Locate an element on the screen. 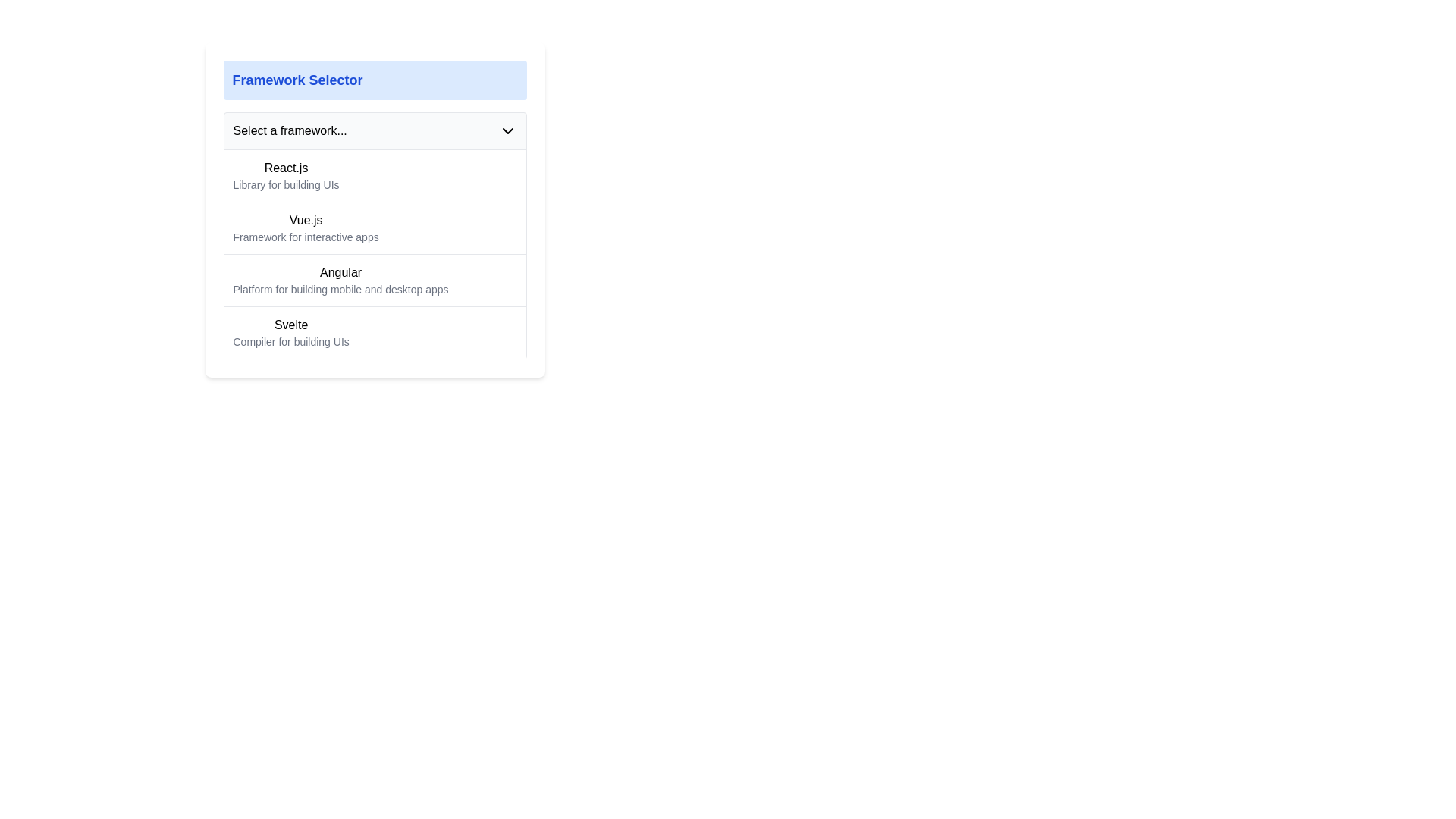 Image resolution: width=1456 pixels, height=819 pixels. the first interactive list item that indicates 'React.js' in the selection menu is located at coordinates (375, 174).